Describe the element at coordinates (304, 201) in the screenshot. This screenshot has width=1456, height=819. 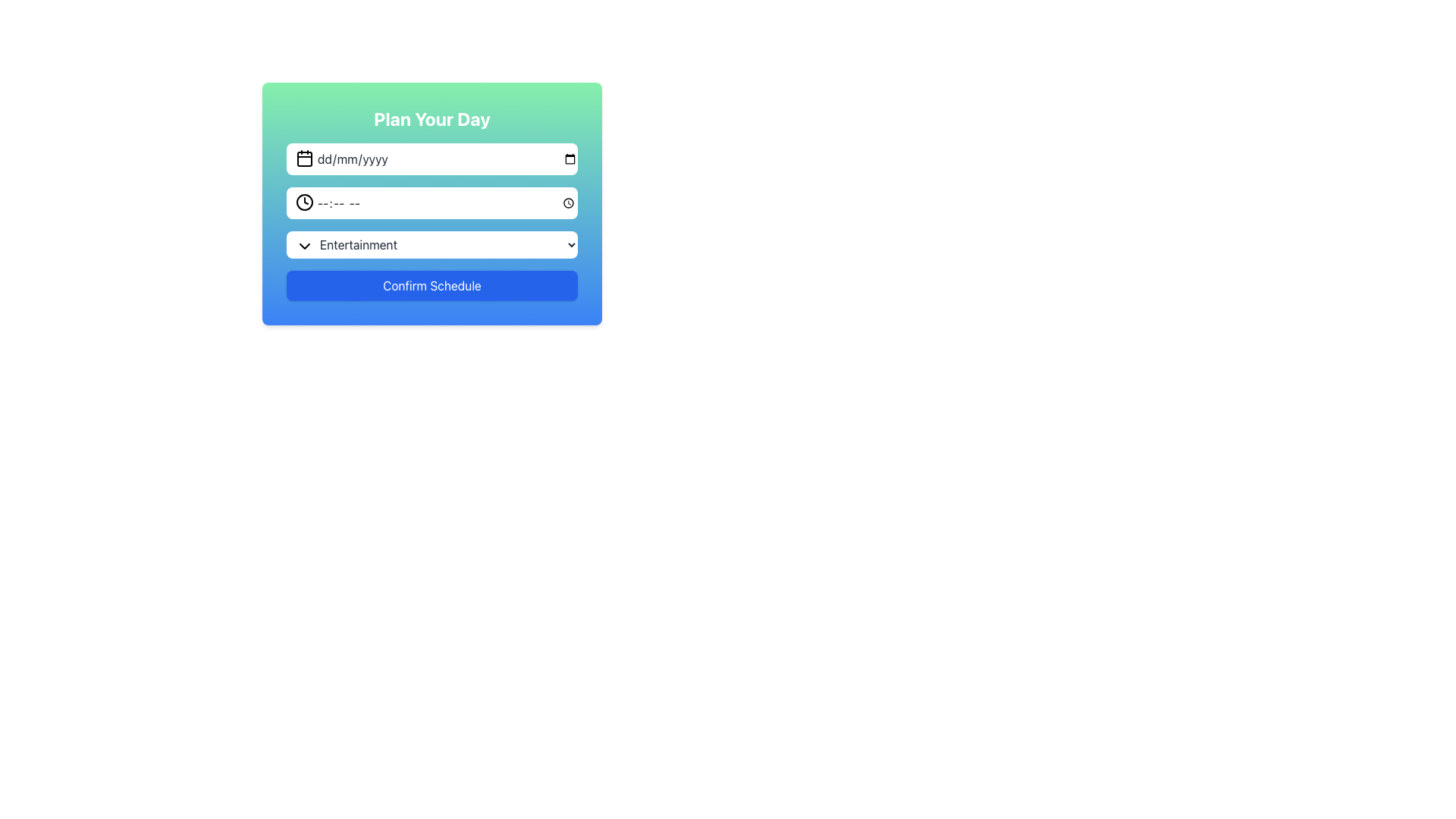
I see `the outer border of the clock icon, which is represented as an SVG circle within the input field titled 'Plan Your Day'` at that location.